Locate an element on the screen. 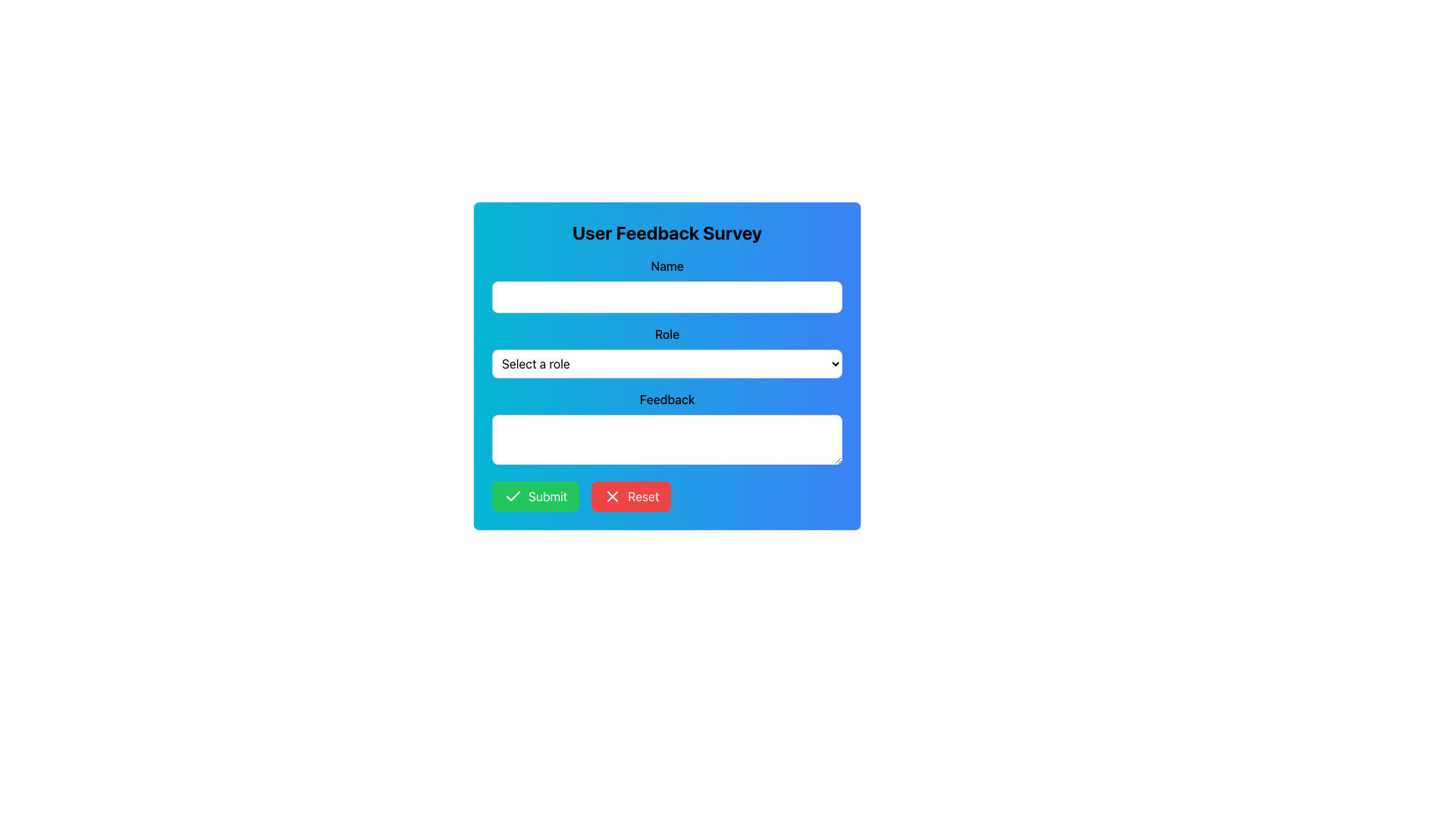  Text Label that provides context about the dropdown menu labeled 'Select a role', which is positioned at the top of the form interface is located at coordinates (667, 333).